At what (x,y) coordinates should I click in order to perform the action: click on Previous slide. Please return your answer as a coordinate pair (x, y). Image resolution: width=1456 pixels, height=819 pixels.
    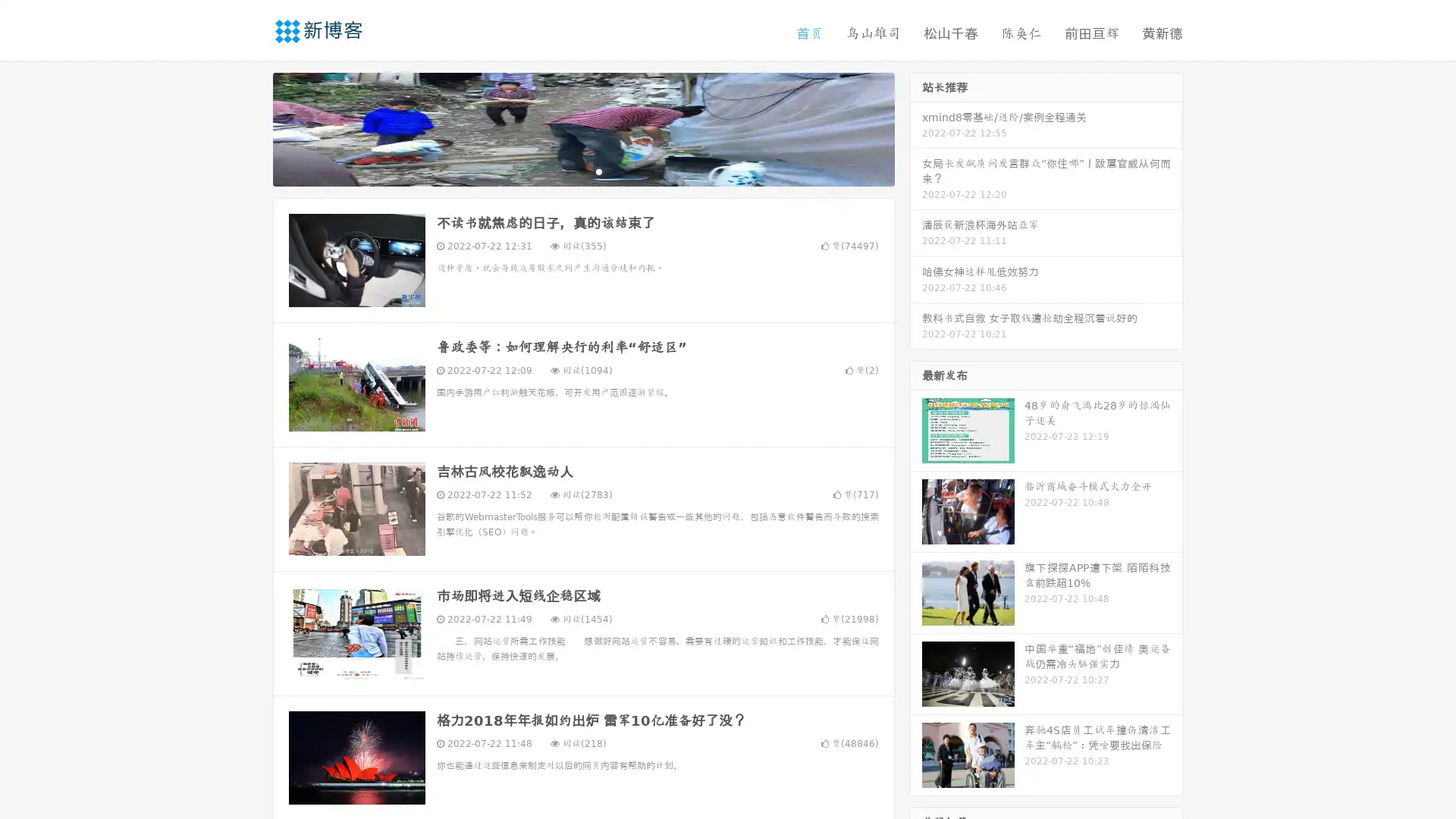
    Looking at the image, I should click on (250, 127).